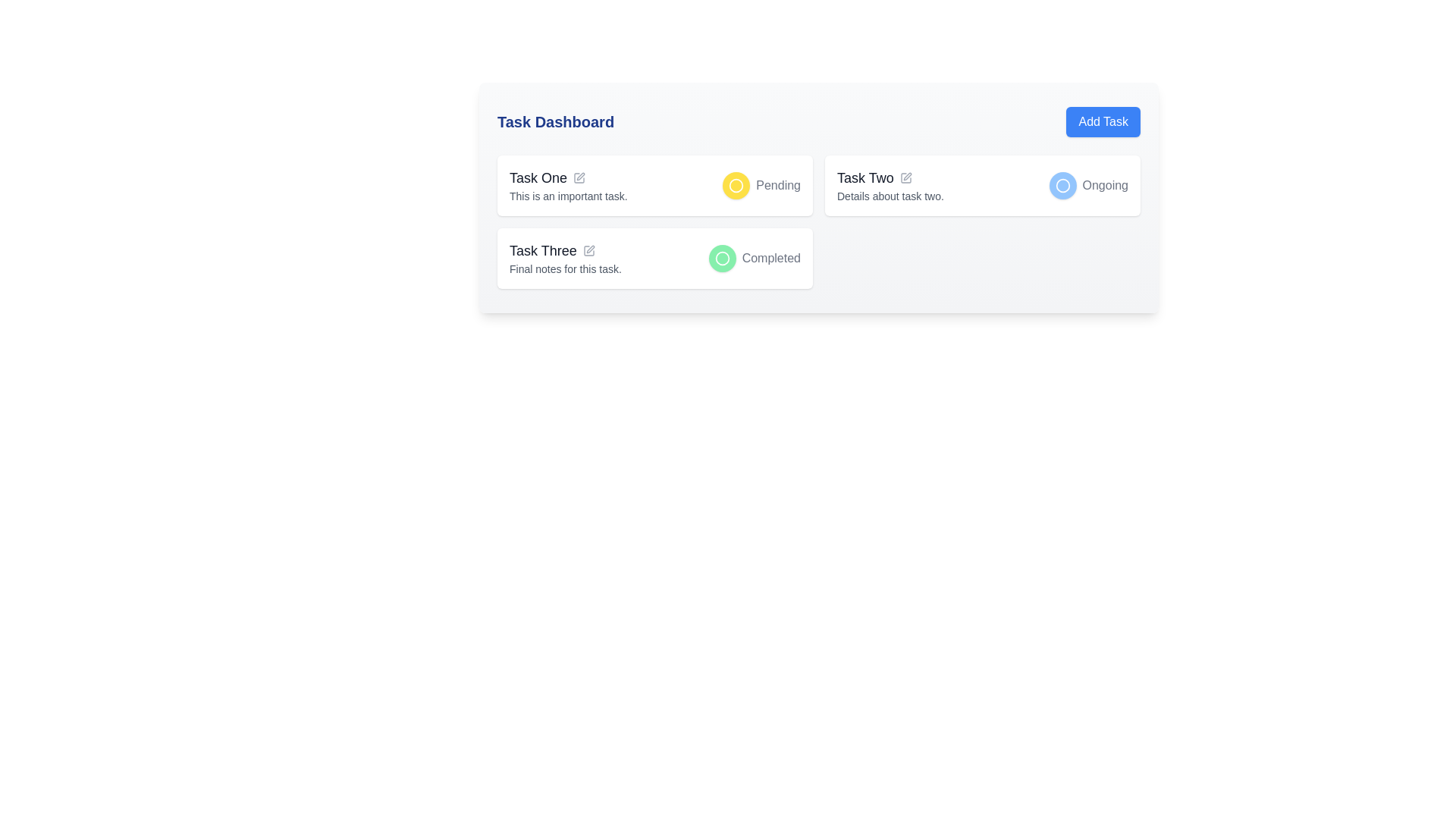 Image resolution: width=1456 pixels, height=819 pixels. What do you see at coordinates (905, 177) in the screenshot?
I see `the gray pen icon located to the right of the 'Task Two' text` at bounding box center [905, 177].